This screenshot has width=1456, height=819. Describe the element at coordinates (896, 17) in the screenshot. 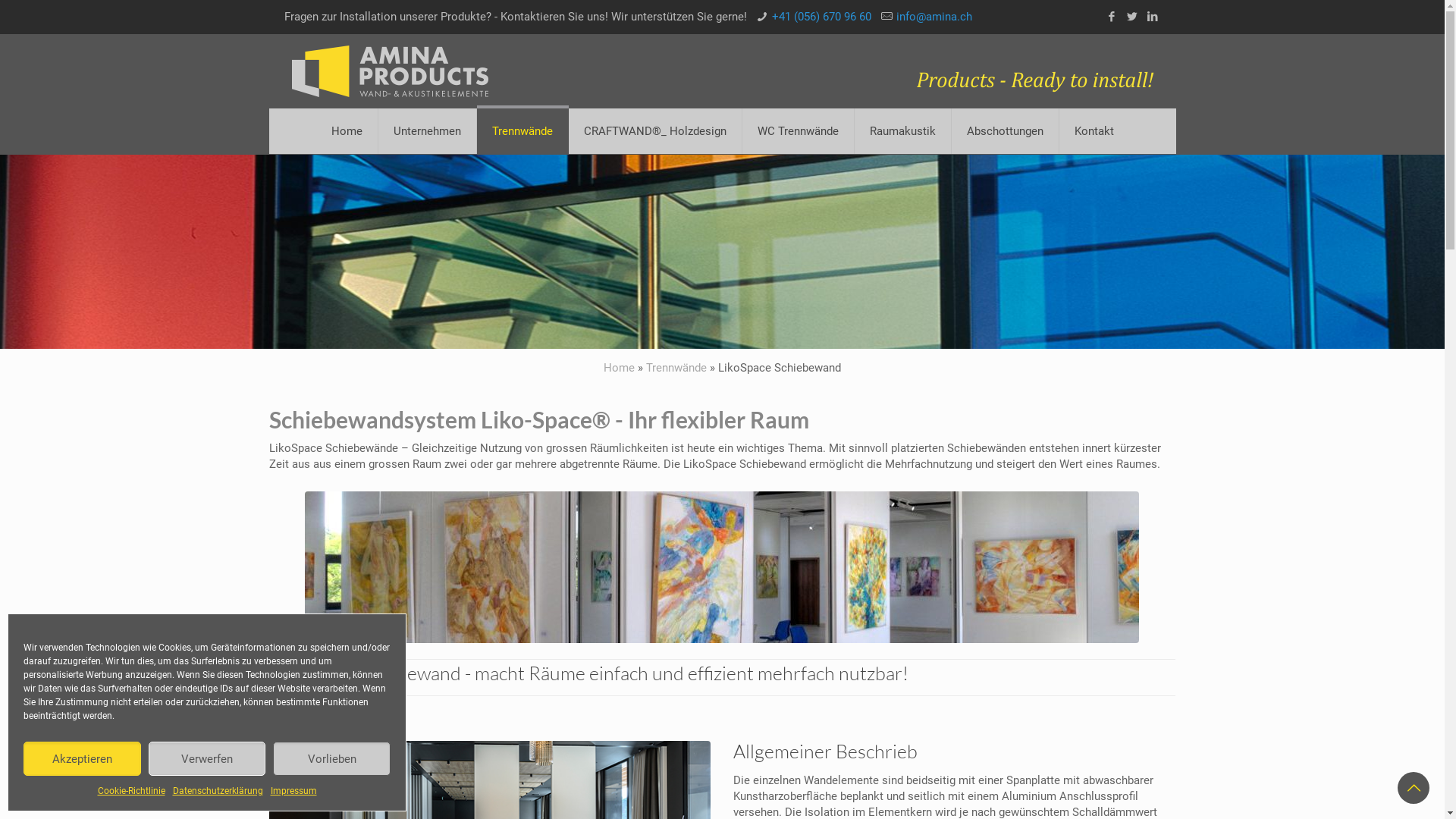

I see `'info@amina.ch'` at that location.